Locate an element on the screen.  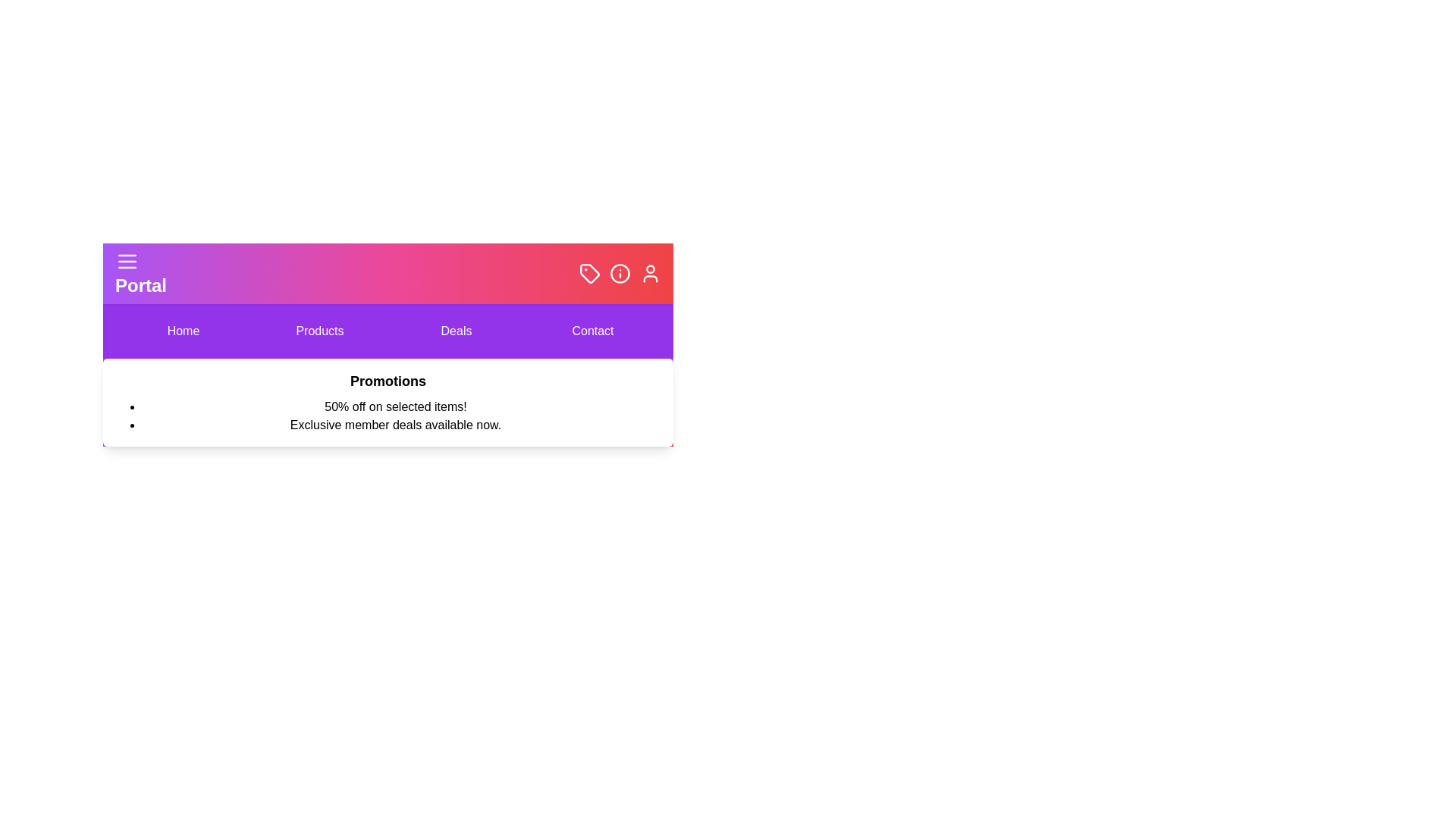
the navigation item Deals from the menu is located at coordinates (455, 330).